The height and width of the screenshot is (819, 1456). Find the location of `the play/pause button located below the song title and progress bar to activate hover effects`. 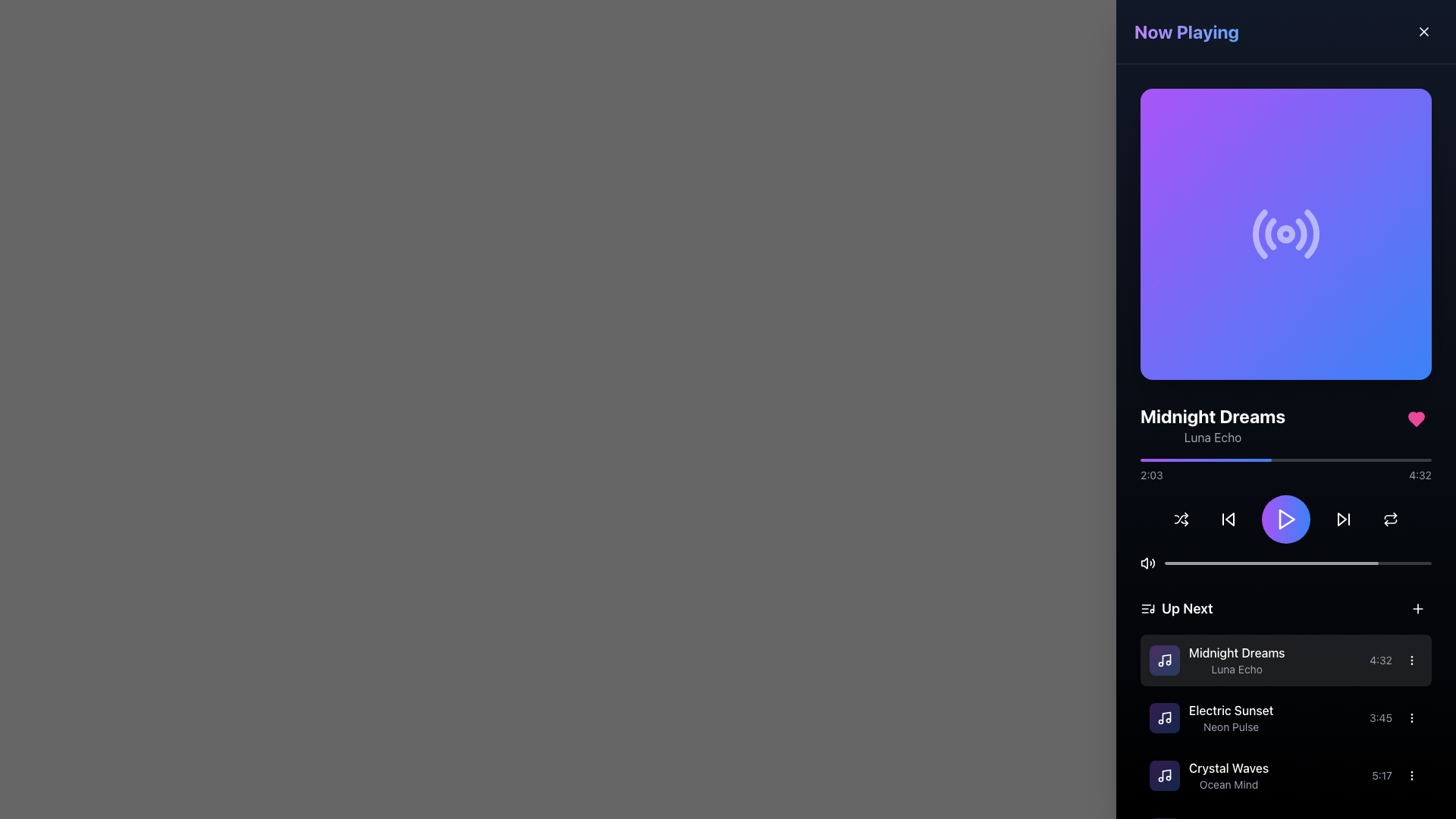

the play/pause button located below the song title and progress bar to activate hover effects is located at coordinates (1285, 519).